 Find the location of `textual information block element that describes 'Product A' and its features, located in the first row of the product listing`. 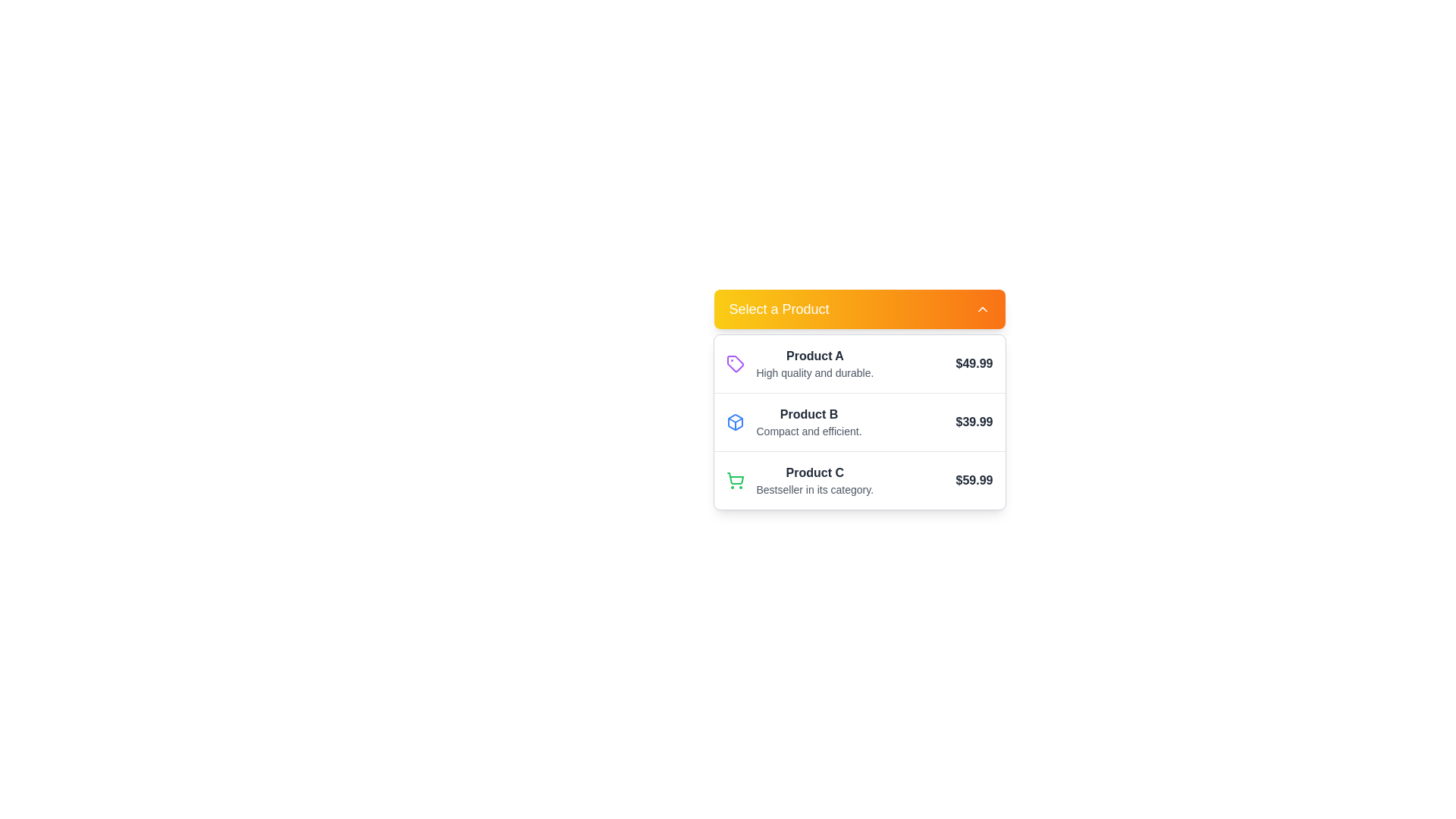

textual information block element that describes 'Product A' and its features, located in the first row of the product listing is located at coordinates (814, 363).